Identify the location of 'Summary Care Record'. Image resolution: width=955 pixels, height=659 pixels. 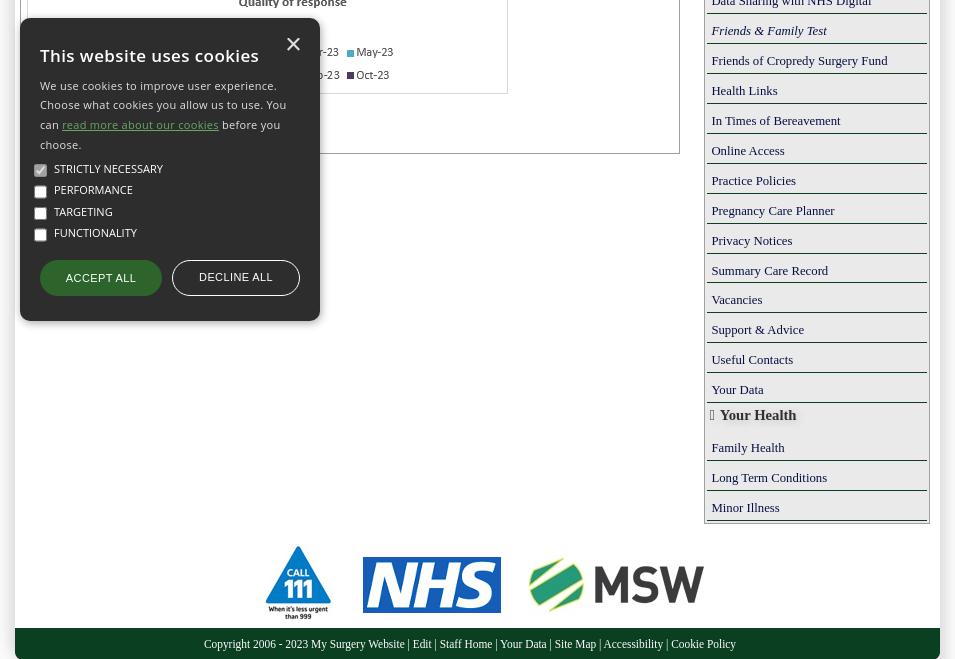
(709, 269).